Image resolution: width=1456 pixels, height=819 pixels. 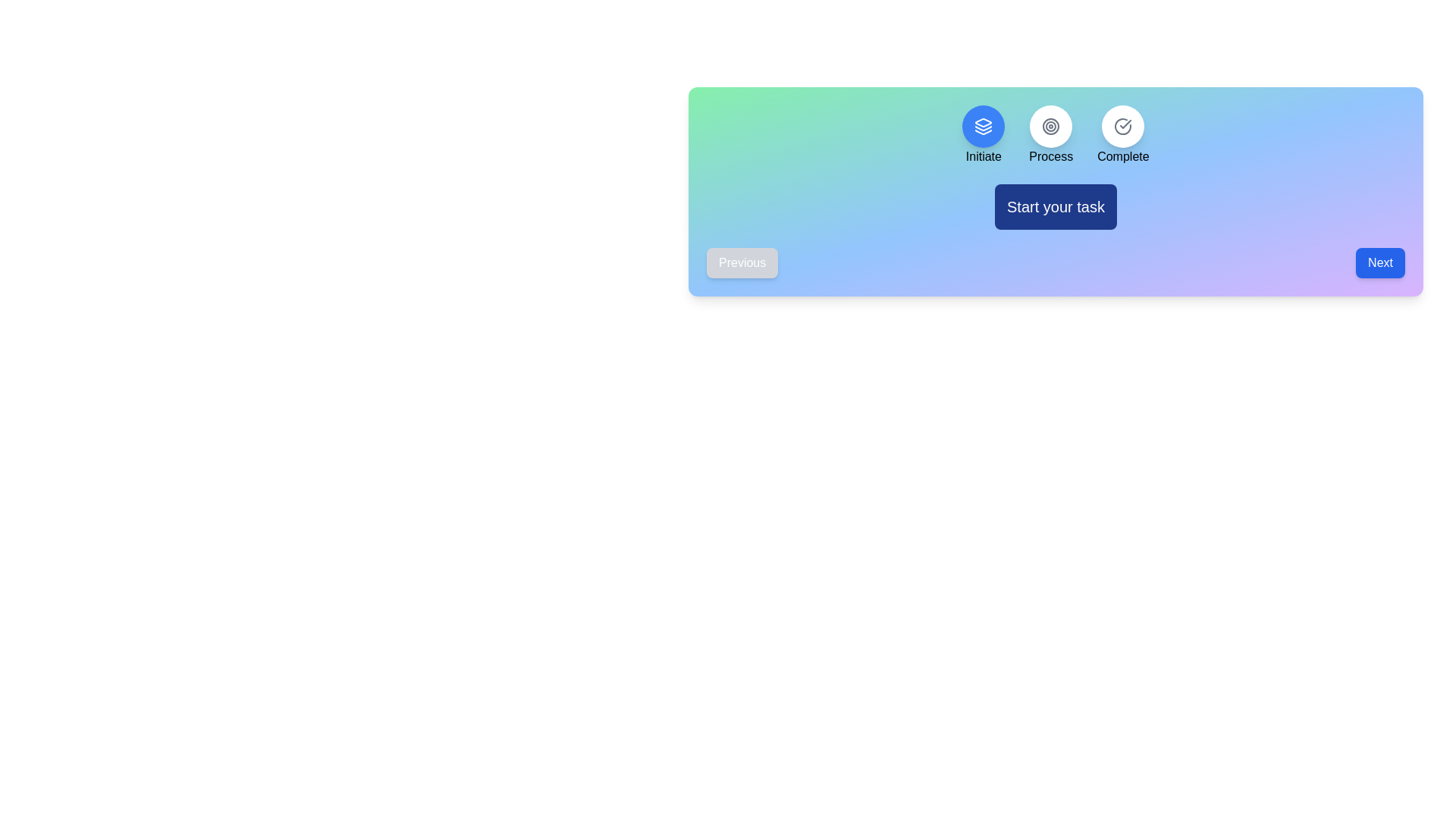 What do you see at coordinates (742, 262) in the screenshot?
I see `the Previous button to navigate the steps` at bounding box center [742, 262].